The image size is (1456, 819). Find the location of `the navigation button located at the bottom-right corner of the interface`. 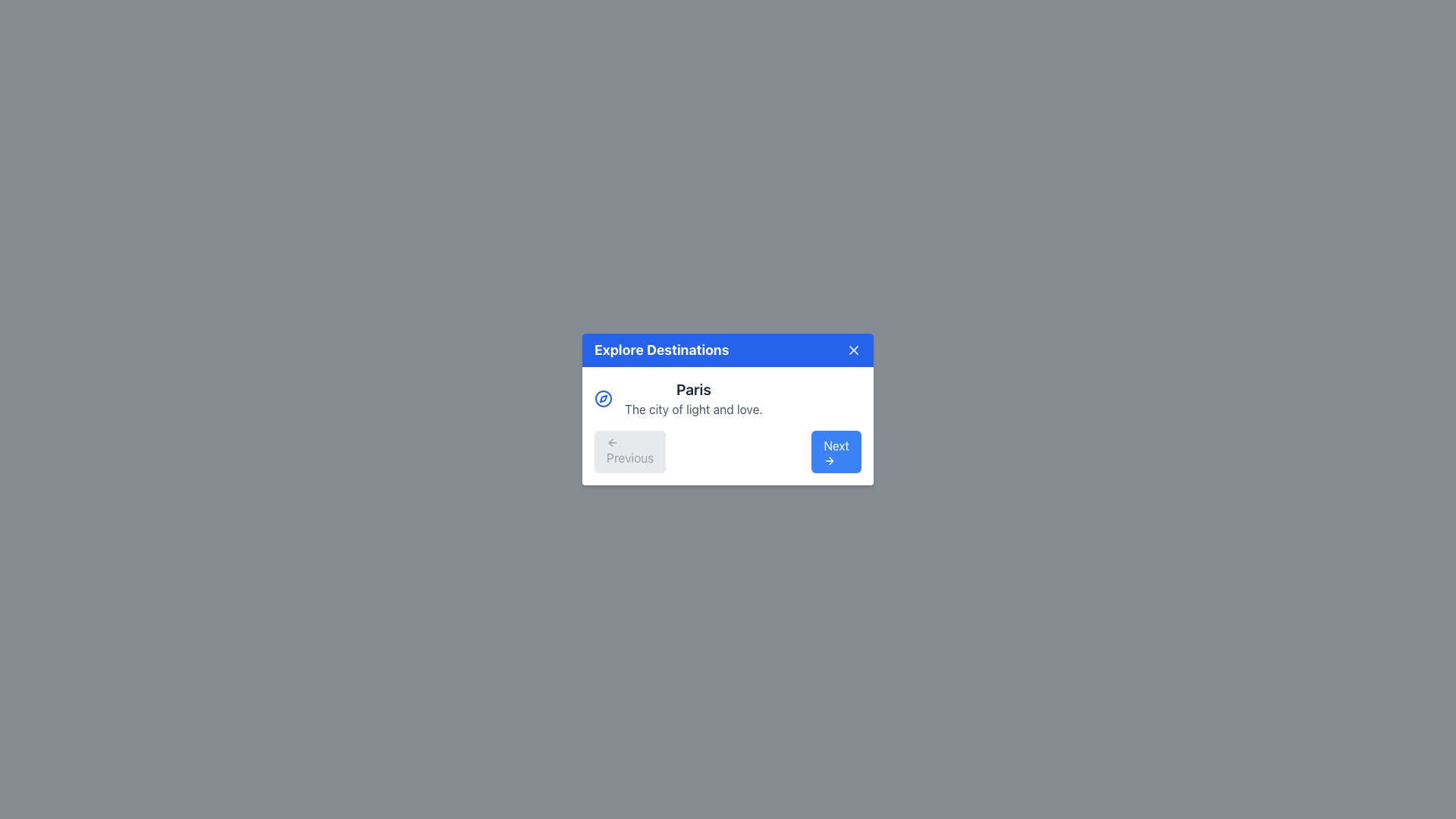

the navigation button located at the bottom-right corner of the interface is located at coordinates (836, 451).